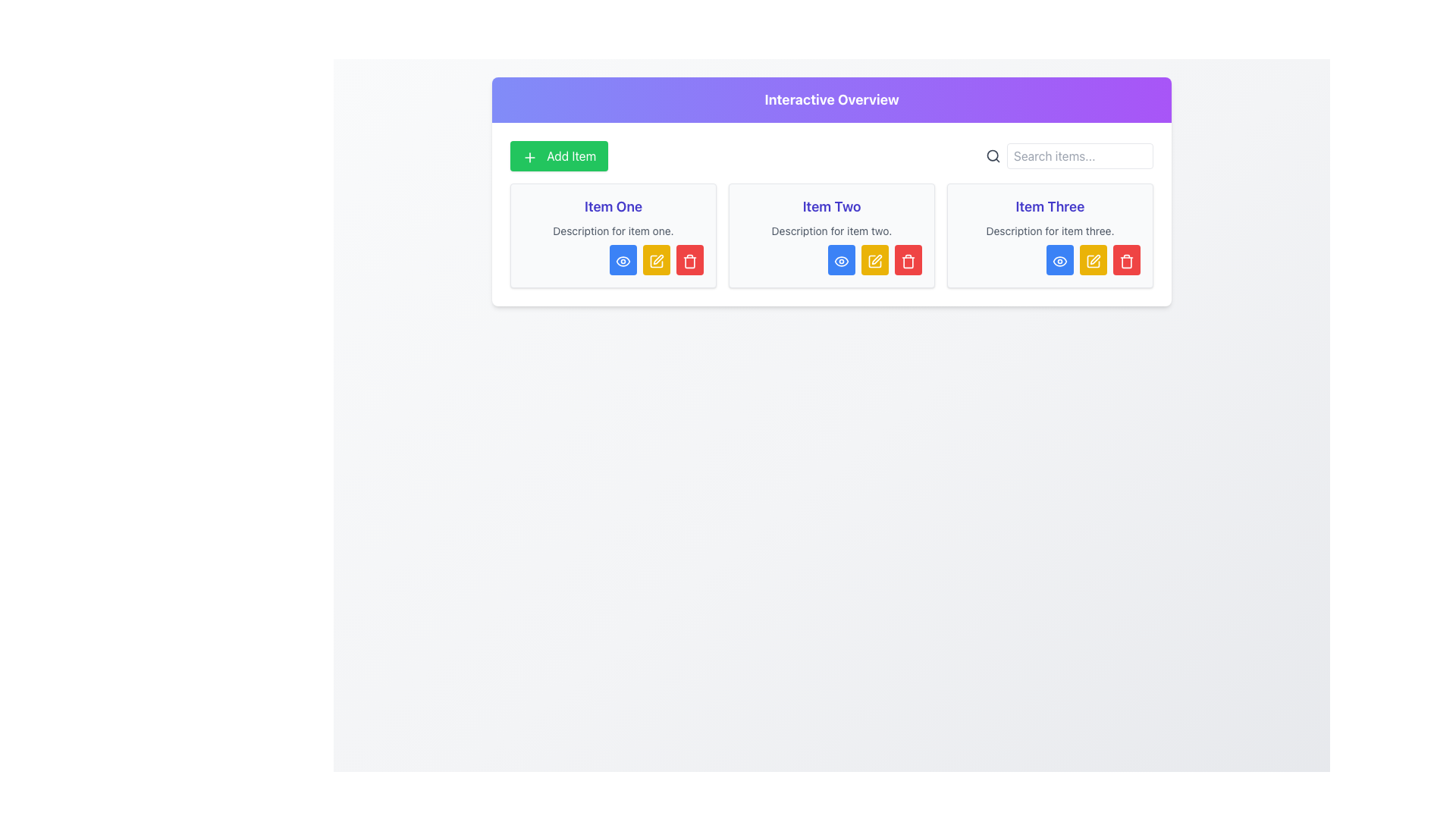  I want to click on the delete button with a trash can icon, which is the fourth button in a horizontal layout of four buttons under 'Item One', to change its color, so click(689, 259).